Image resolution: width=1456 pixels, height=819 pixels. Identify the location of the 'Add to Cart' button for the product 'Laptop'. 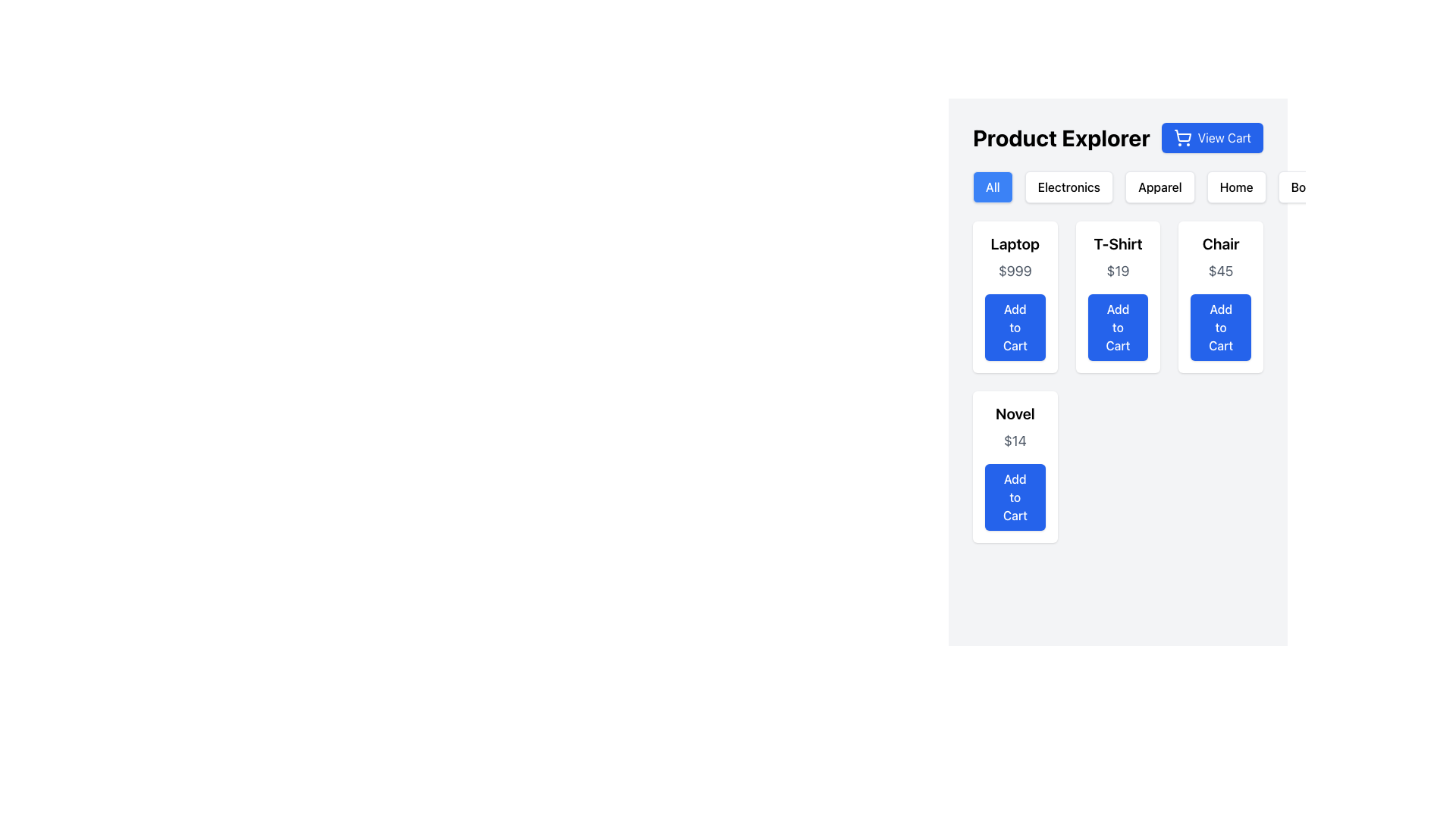
(1015, 327).